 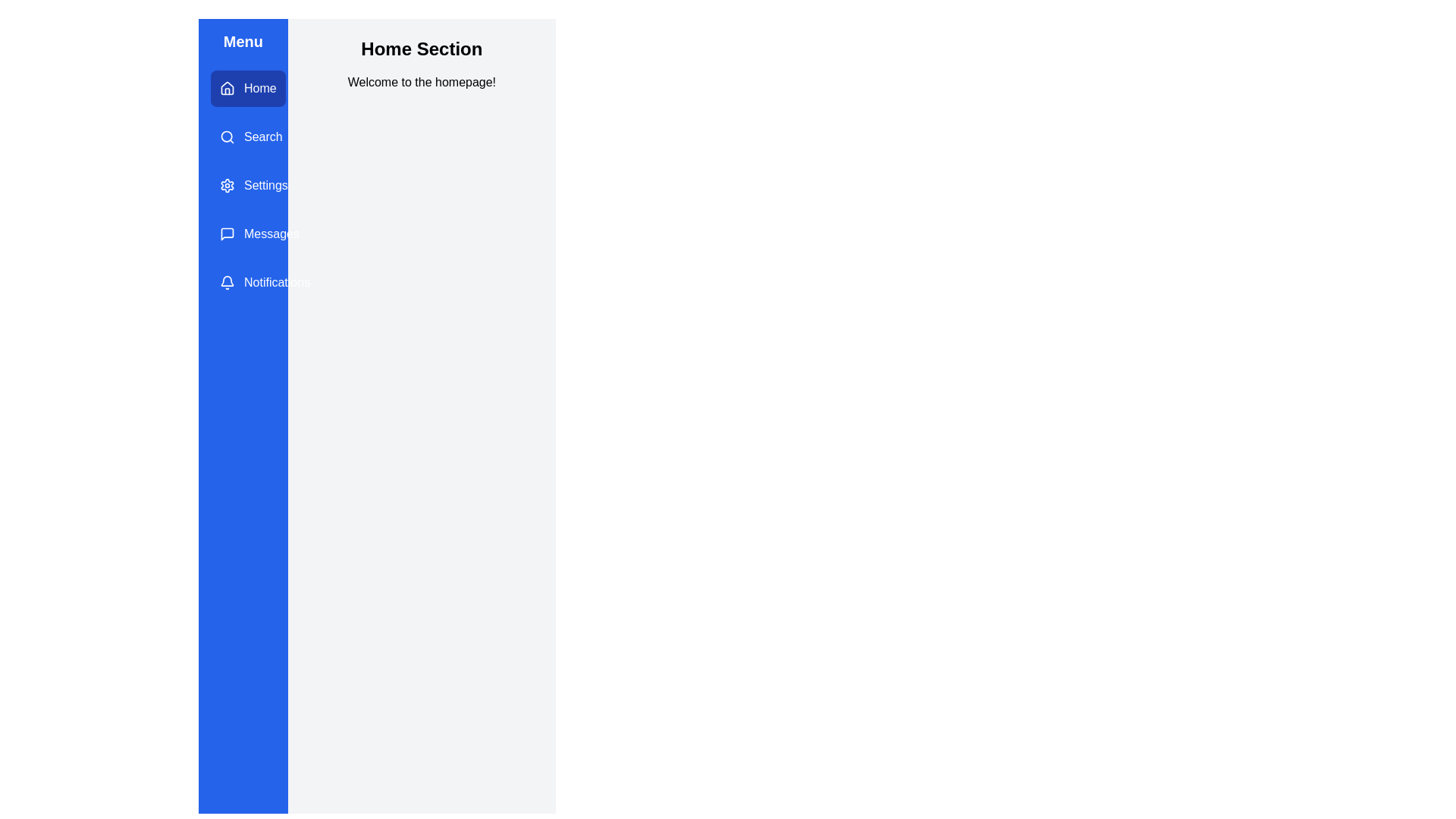 I want to click on the 'Messages' icon in the vertical navigation bar, which is the fourth icon and is adjacent to the 'Messages' text label, so click(x=226, y=234).